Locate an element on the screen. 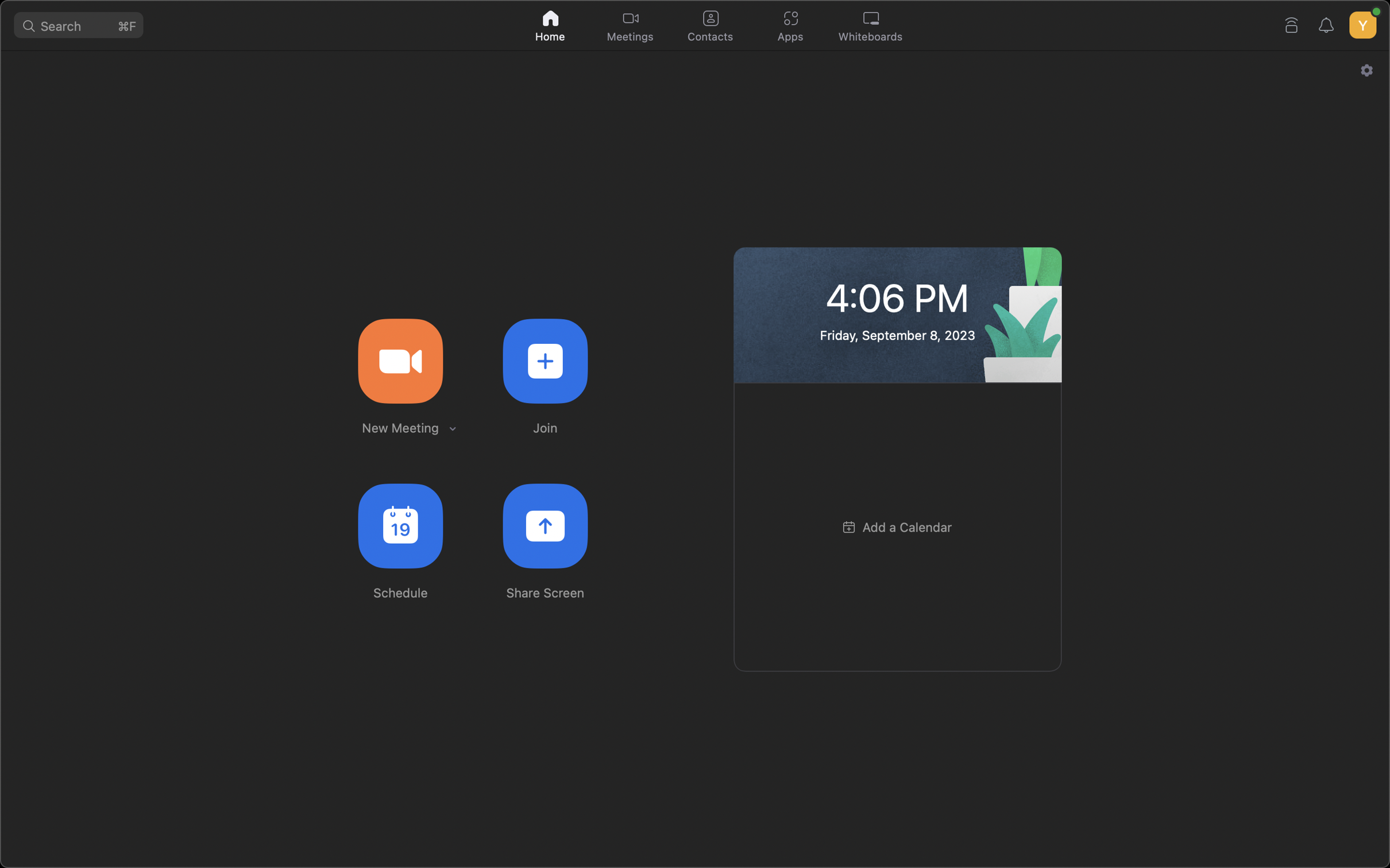 The width and height of the screenshot is (1390, 868). Navigate back to the main page by clicking the home option is located at coordinates (551, 24).